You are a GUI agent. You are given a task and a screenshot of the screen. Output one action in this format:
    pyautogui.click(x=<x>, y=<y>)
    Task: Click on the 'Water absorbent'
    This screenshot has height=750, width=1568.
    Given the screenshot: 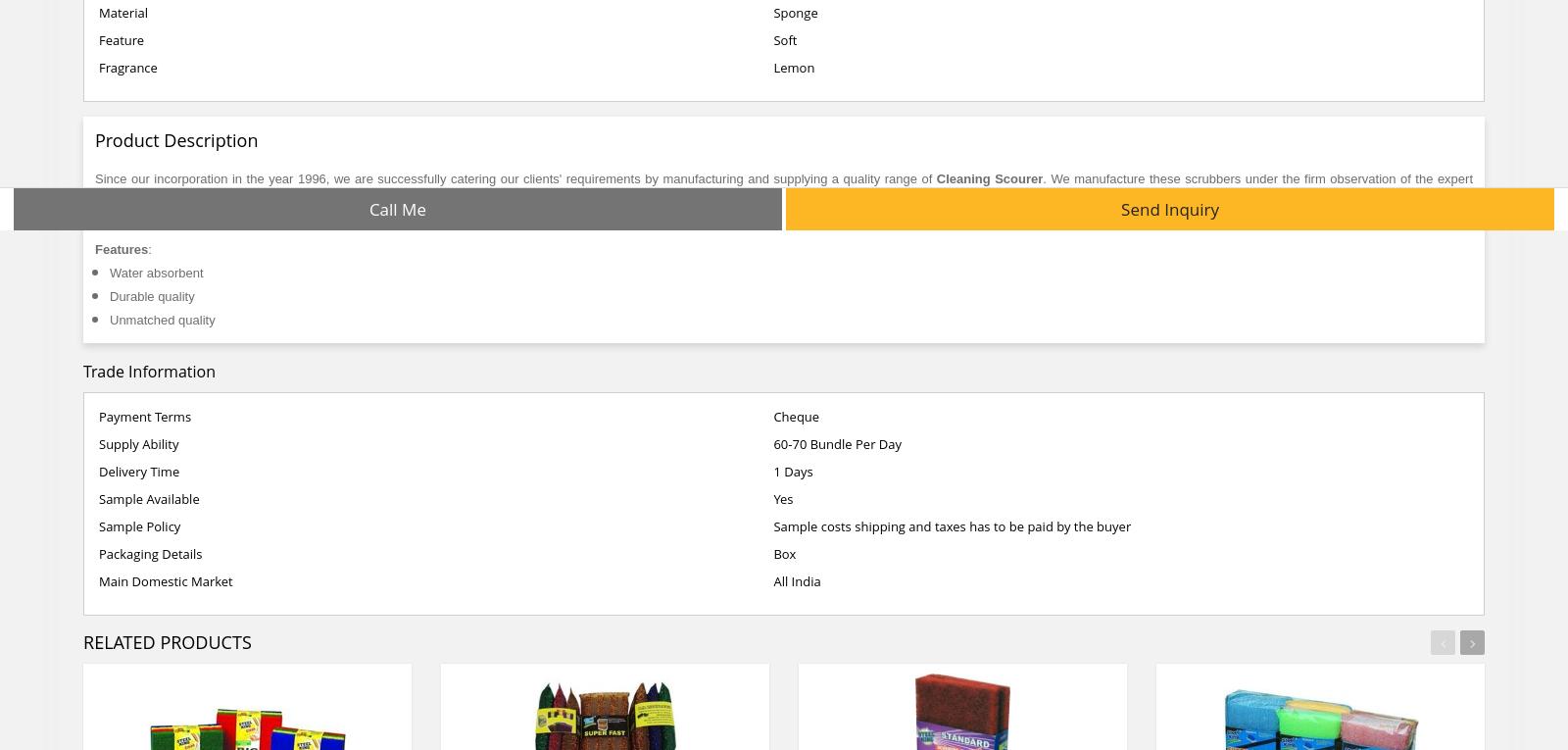 What is the action you would take?
    pyautogui.click(x=157, y=272)
    